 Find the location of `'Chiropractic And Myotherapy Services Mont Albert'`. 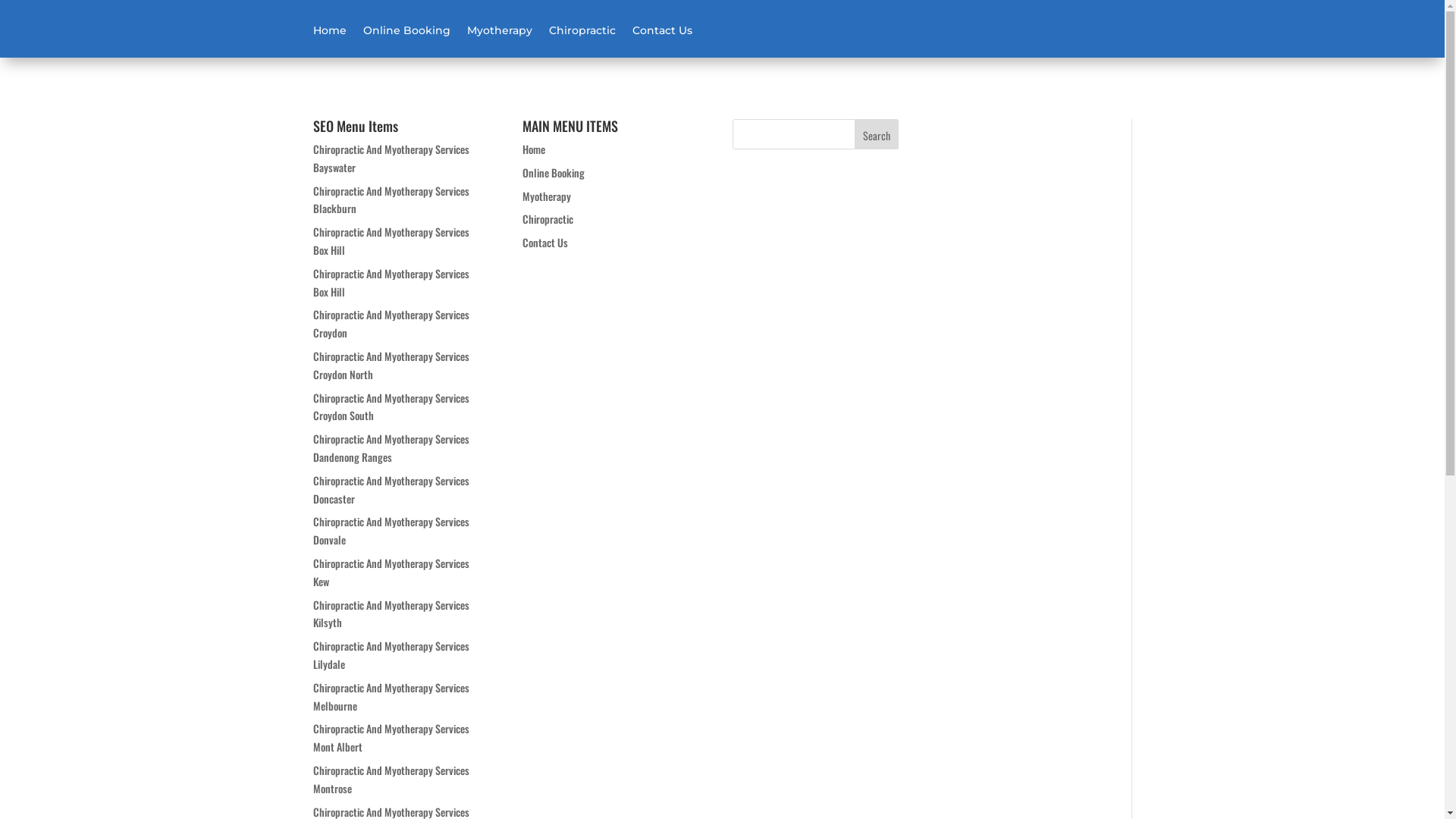

'Chiropractic And Myotherapy Services Mont Albert' is located at coordinates (390, 736).